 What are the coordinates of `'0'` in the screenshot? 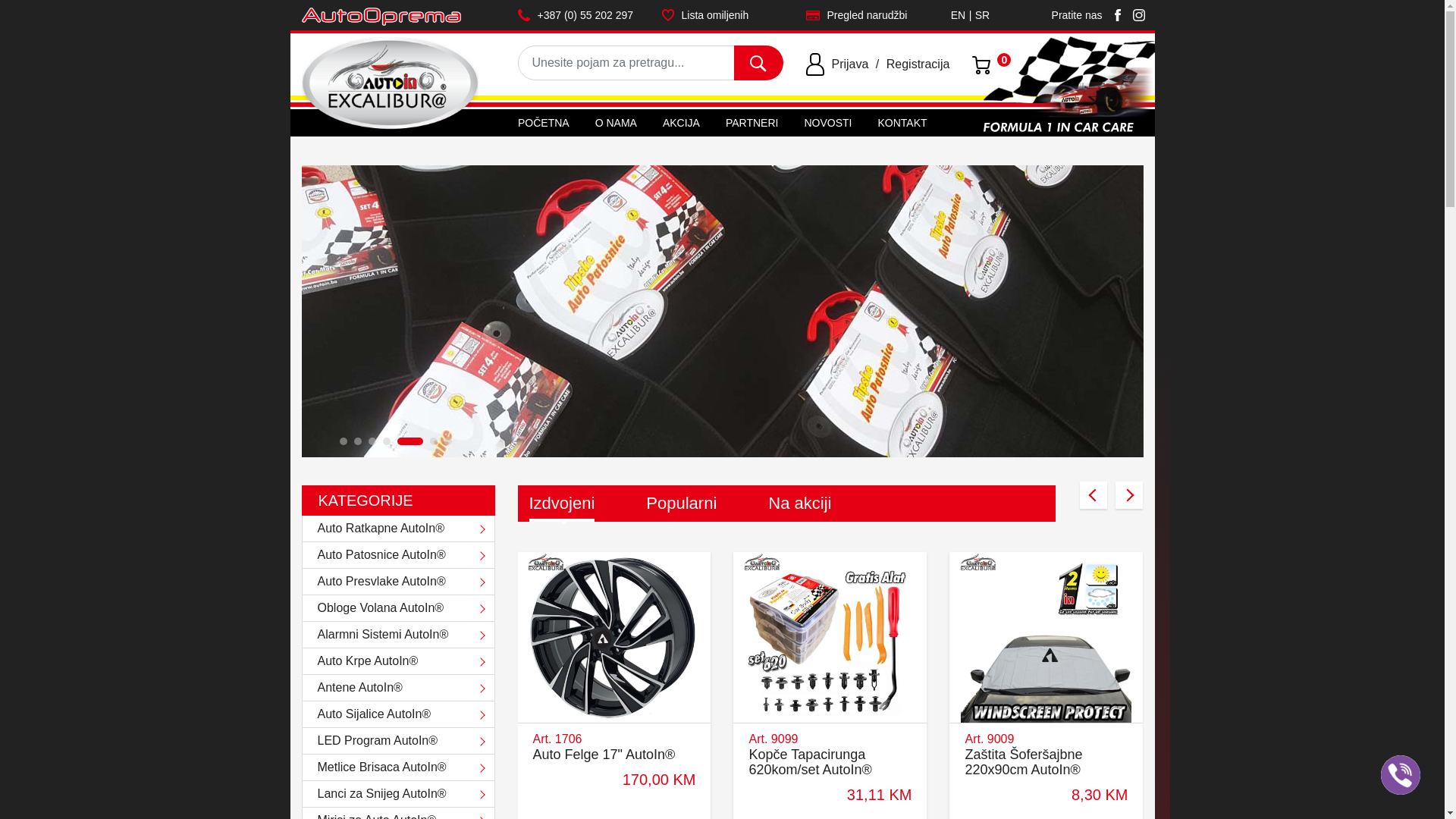 It's located at (983, 63).